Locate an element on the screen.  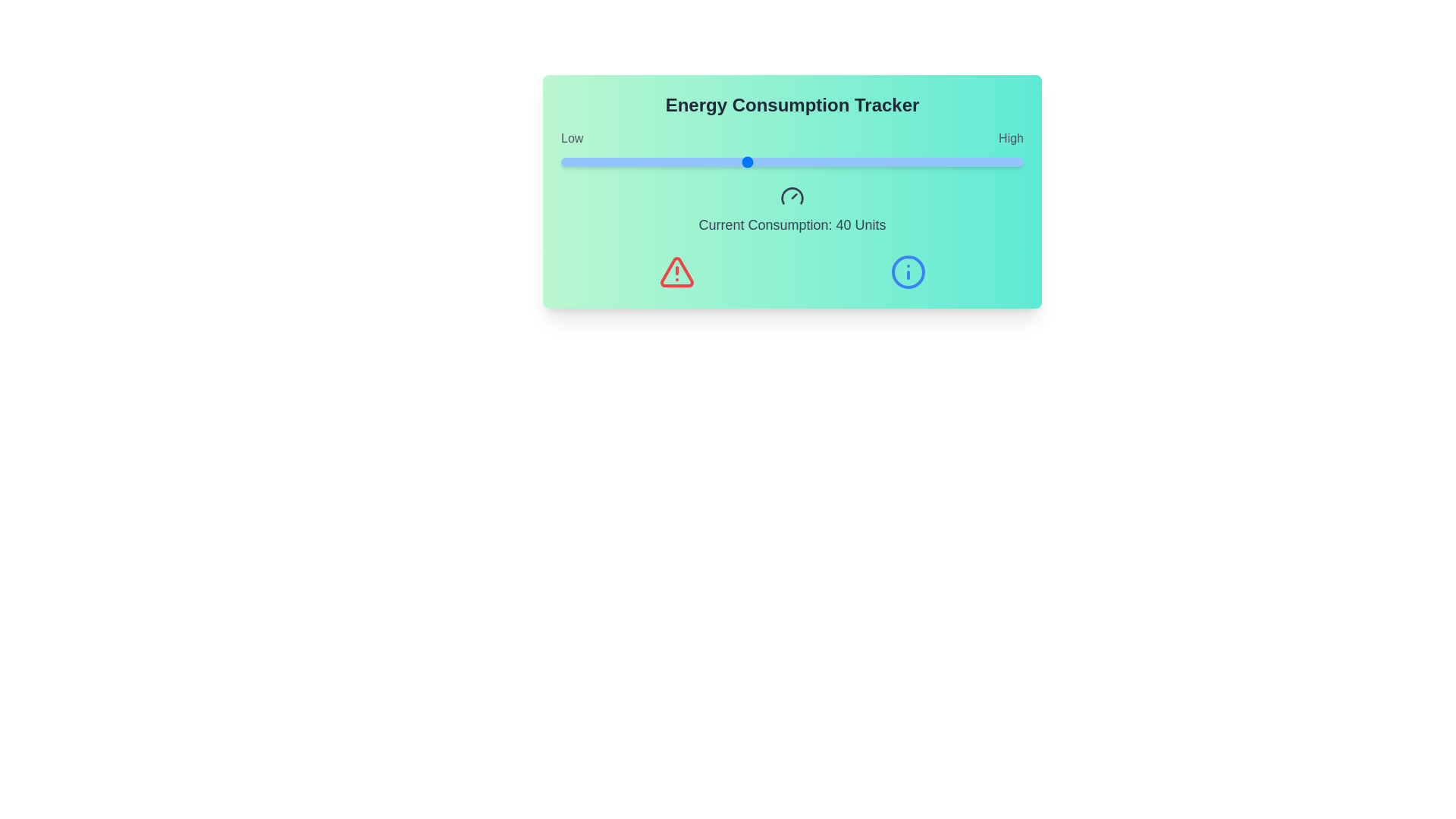
the energy consumption slider to 26 units is located at coordinates (680, 162).